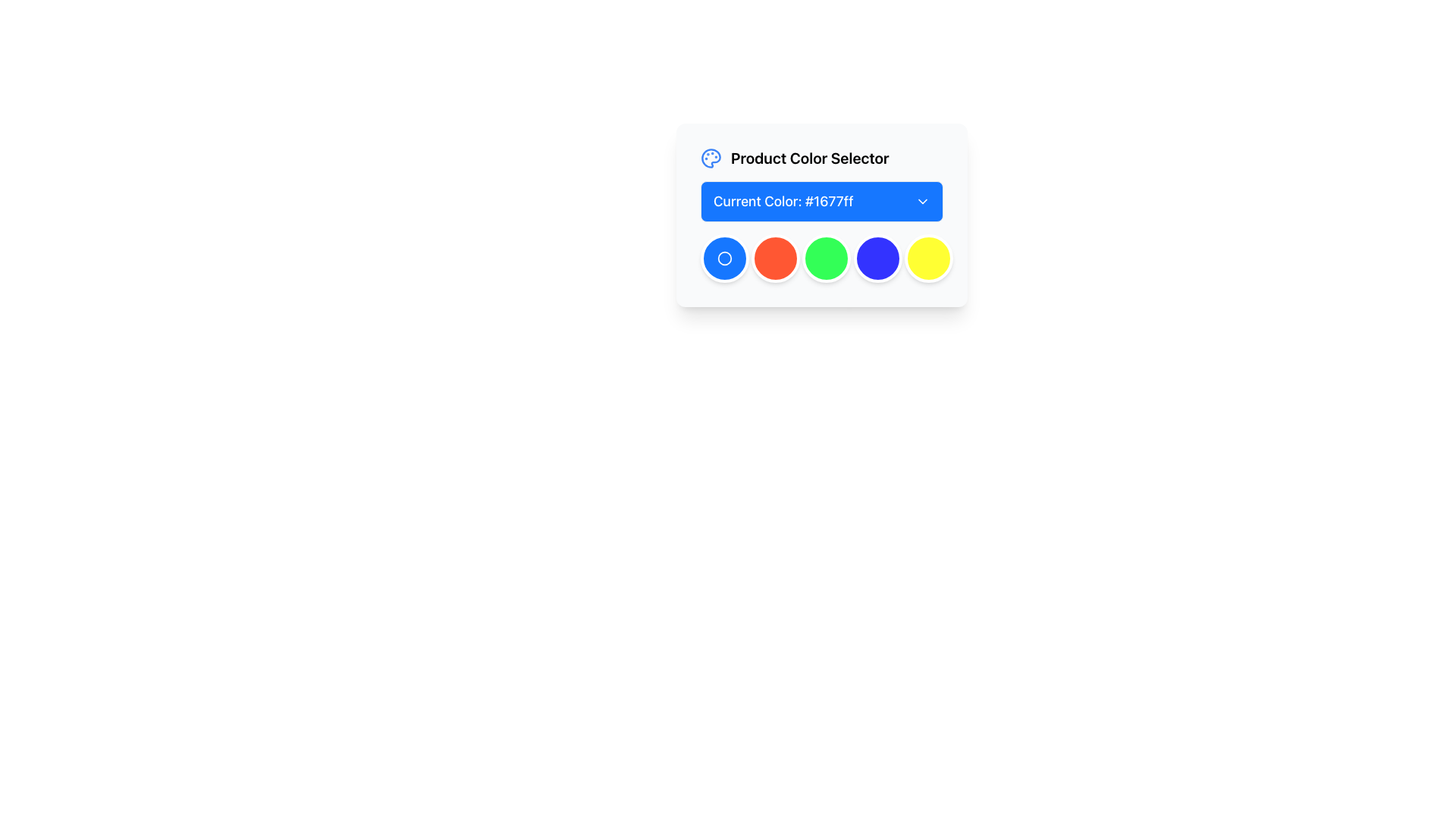 This screenshot has width=1456, height=819. I want to click on the first circular icon with a white border and blue-filled background located in the grid of circular buttons under the 'Current Color: #1677ff' dropdown, so click(723, 257).